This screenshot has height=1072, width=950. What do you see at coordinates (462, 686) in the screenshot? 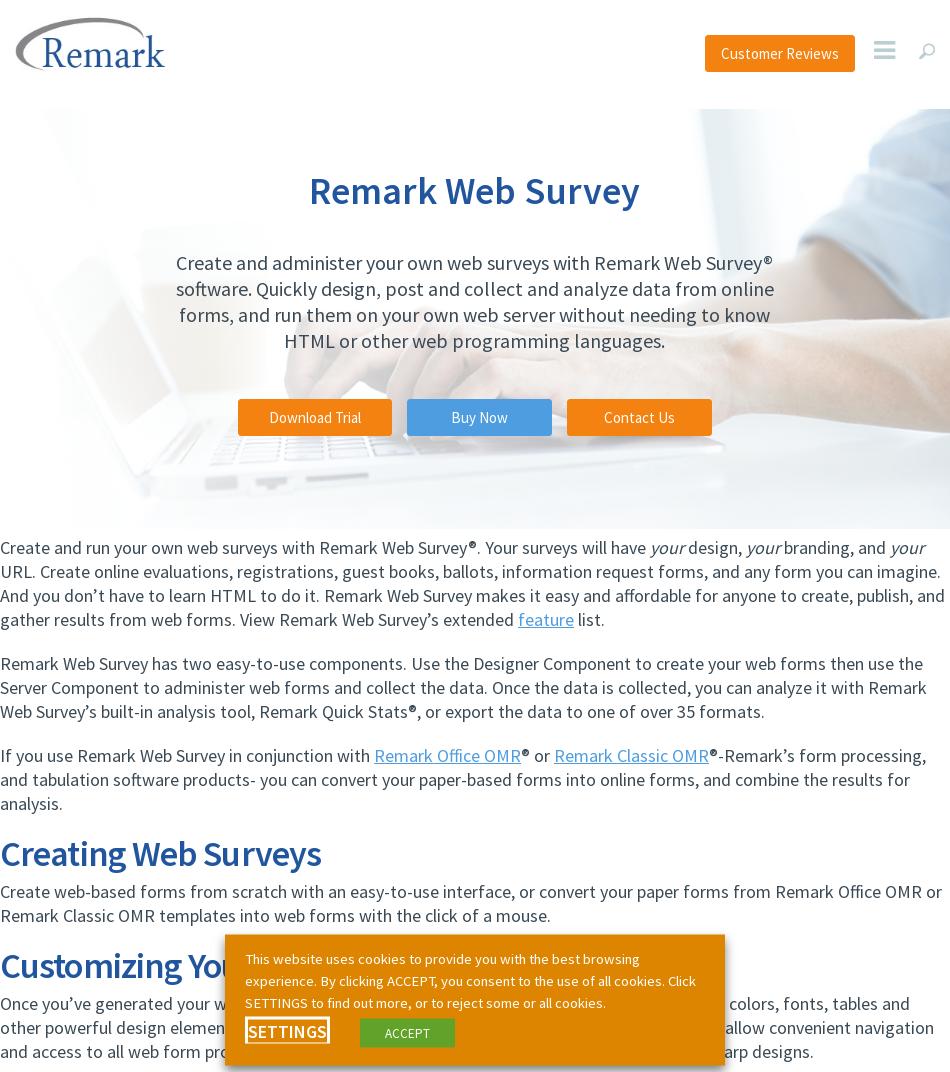
I see `'Remark Web Survey has two easy-to-use components. Use the Designer Component to create your web forms then use the Server Component to administer web forms and collect the data. Once the data is collected, you can analyze it with Remark Web Survey’s built-in analysis tool, Remark Quick Stats®, or export the data to one of over 35 formats.'` at bounding box center [462, 686].